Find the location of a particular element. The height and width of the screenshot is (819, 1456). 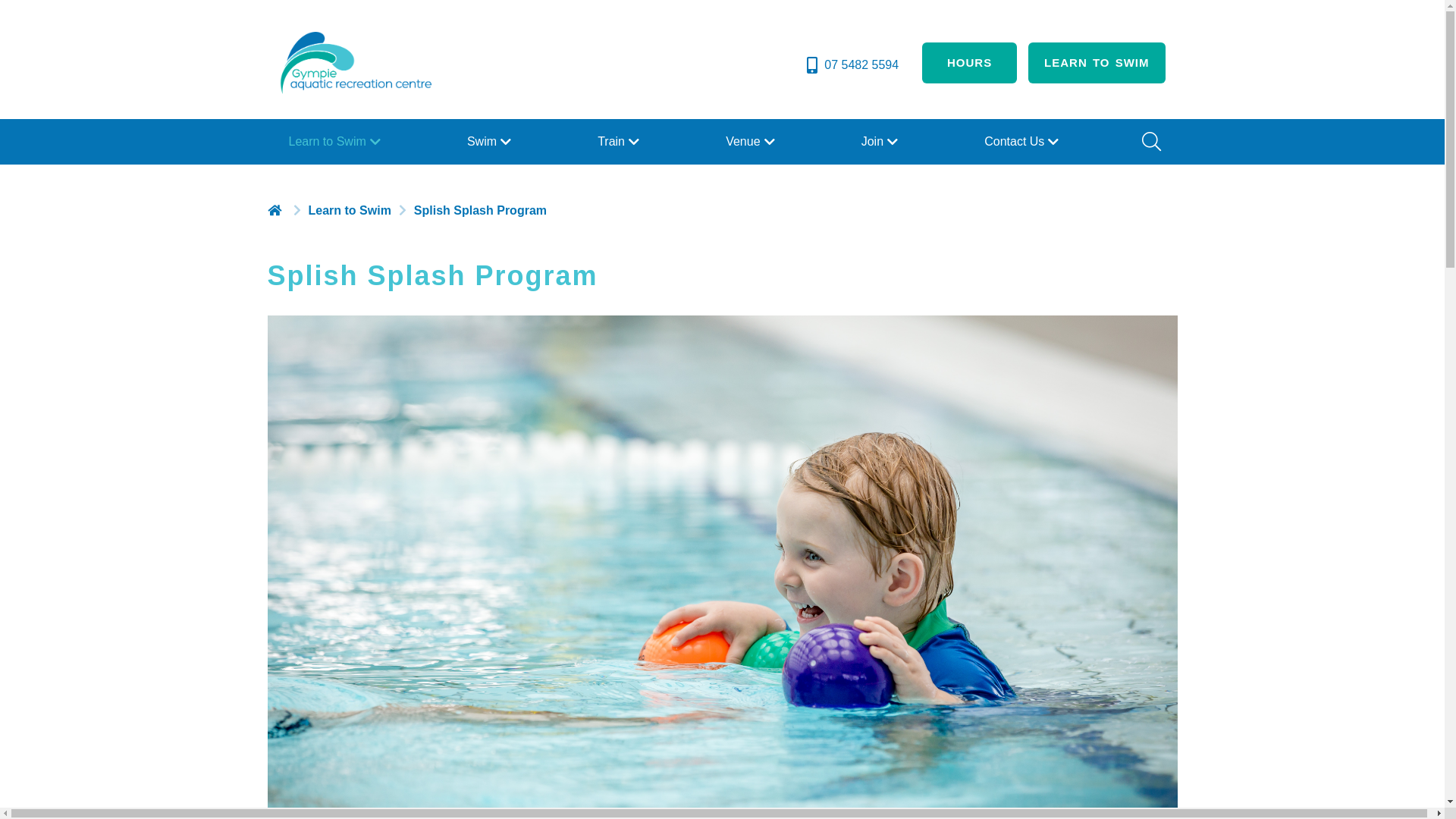

'Join' is located at coordinates (881, 141).